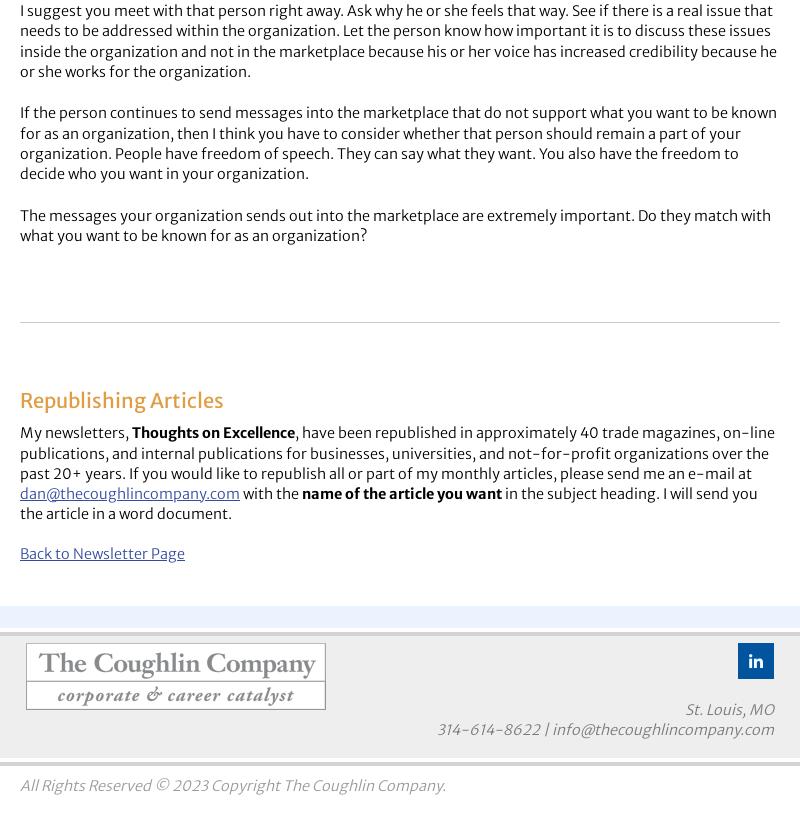 The width and height of the screenshot is (800, 826). Describe the element at coordinates (538, 729) in the screenshot. I see `'|'` at that location.